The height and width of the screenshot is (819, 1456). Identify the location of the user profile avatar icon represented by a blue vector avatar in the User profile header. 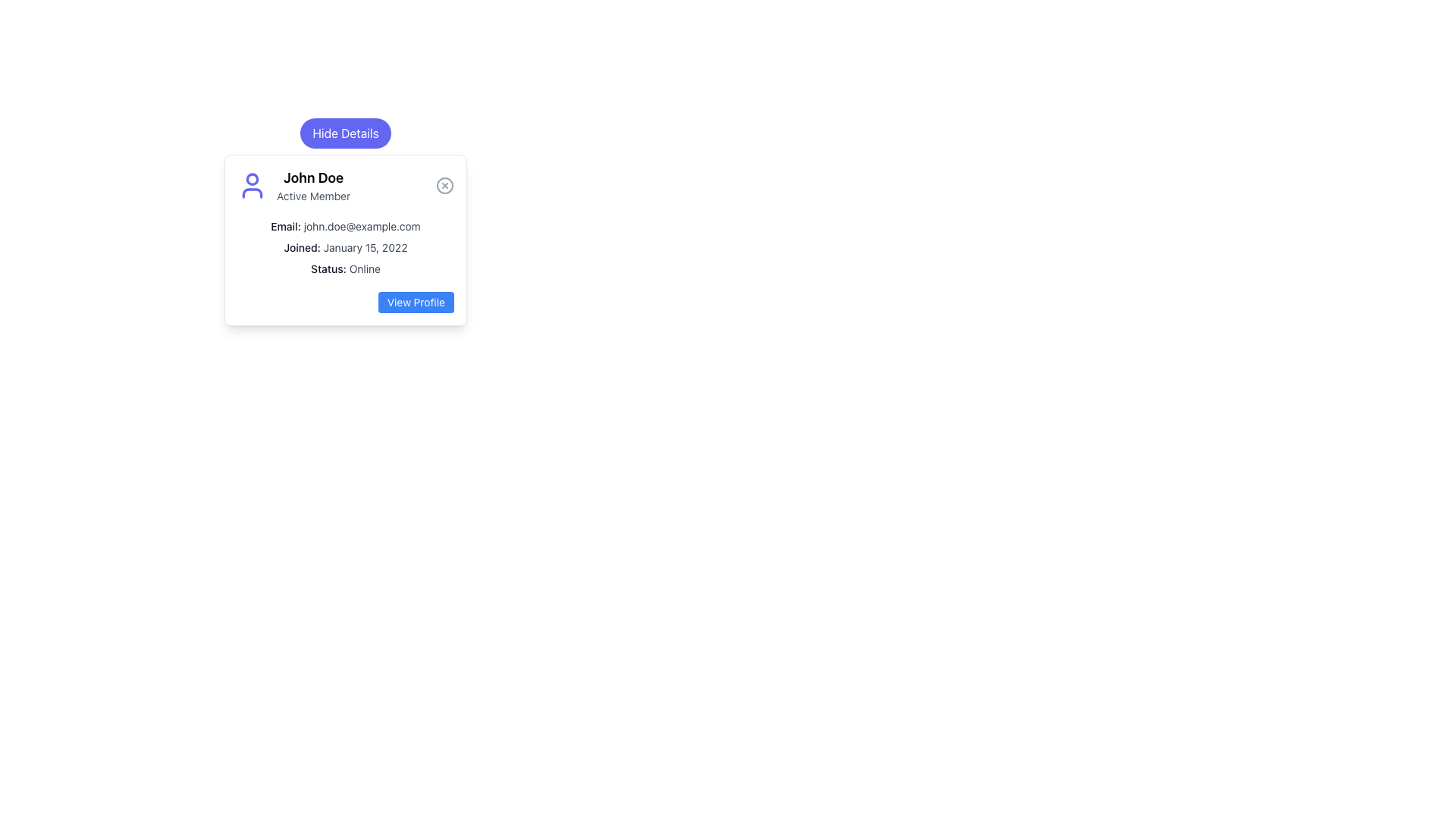
(345, 185).